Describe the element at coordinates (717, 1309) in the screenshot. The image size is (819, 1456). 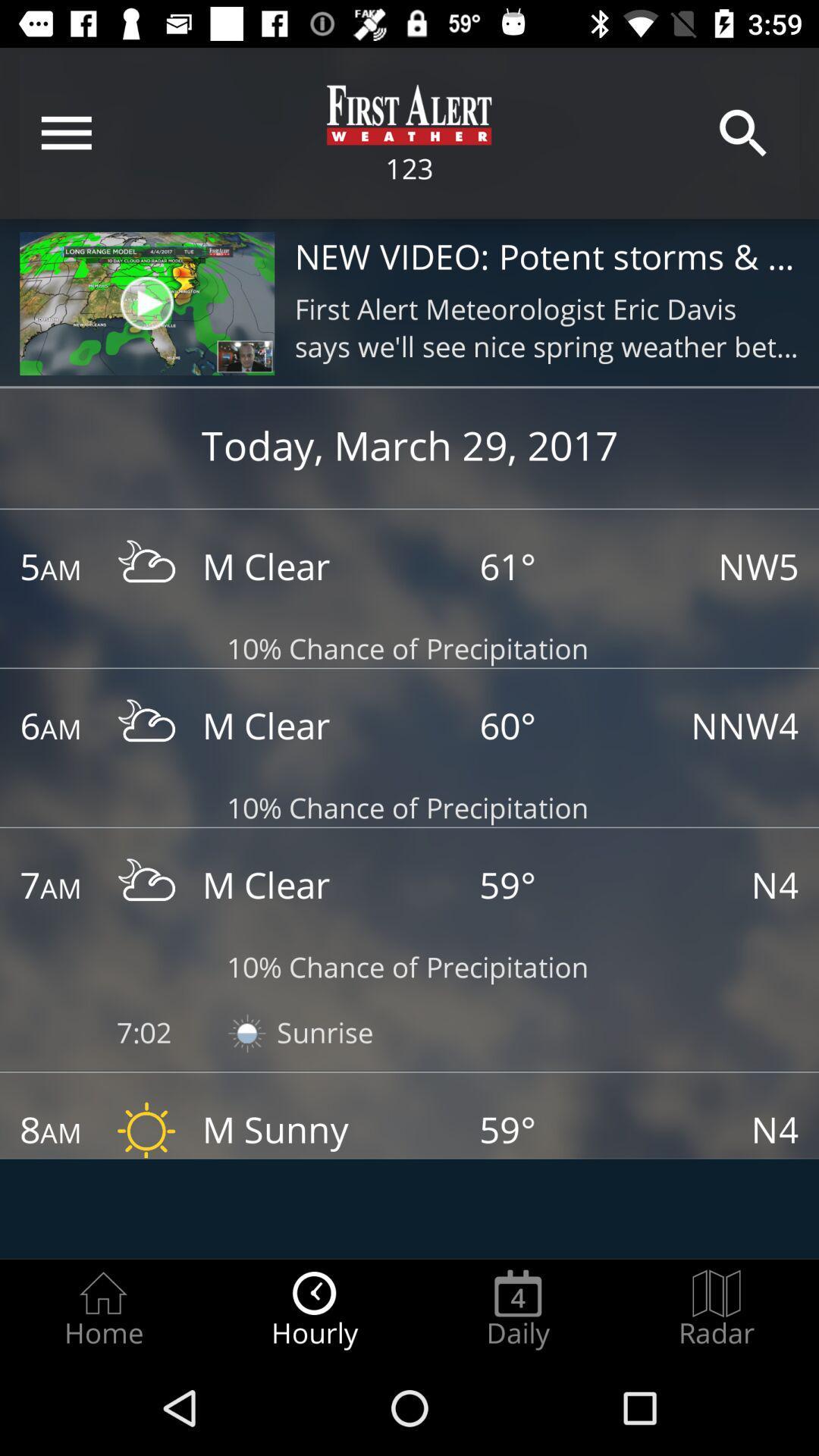
I see `the item next to the daily icon` at that location.